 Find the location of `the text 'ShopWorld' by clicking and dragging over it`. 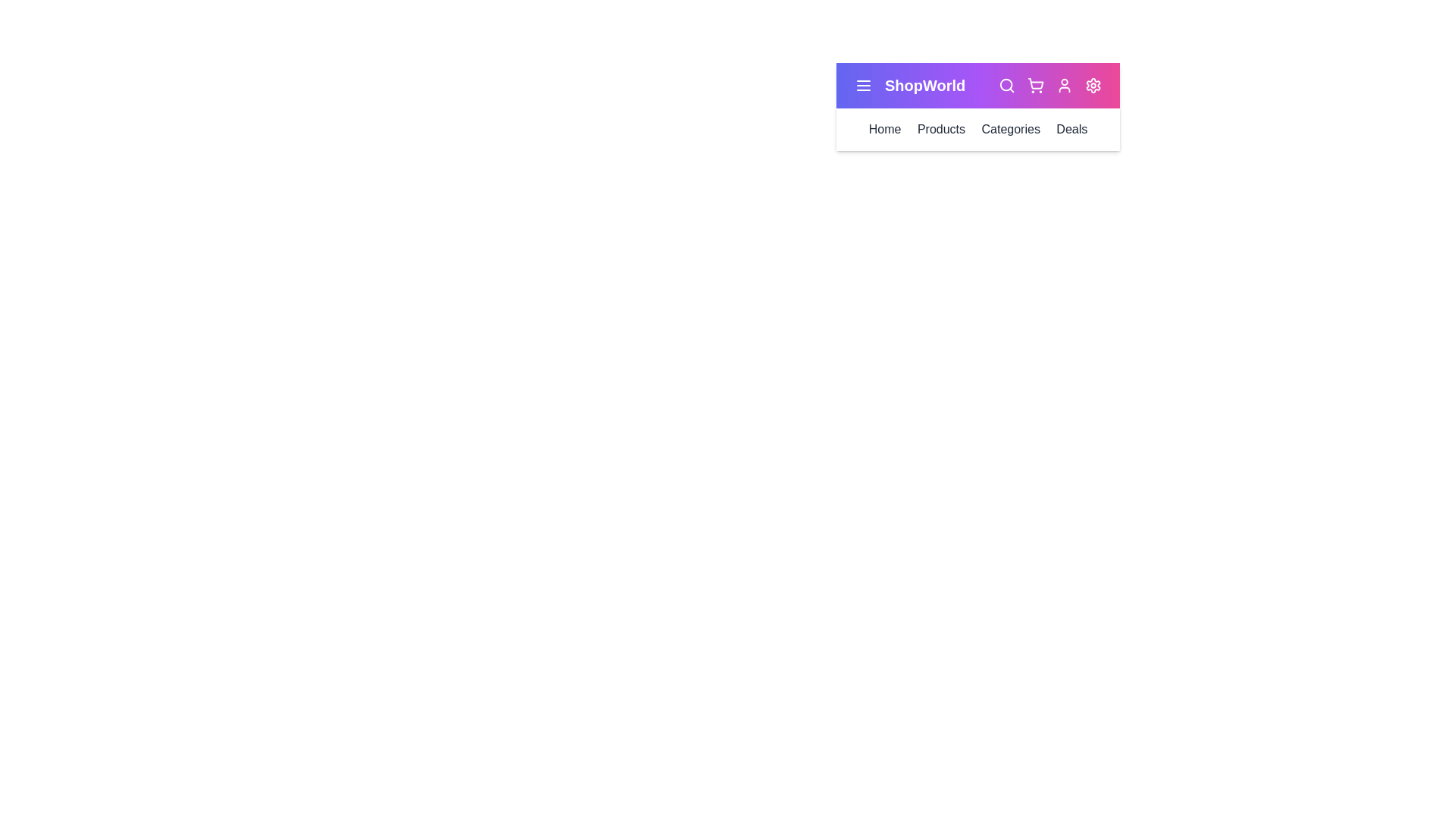

the text 'ShopWorld' by clicking and dragging over it is located at coordinates (884, 75).